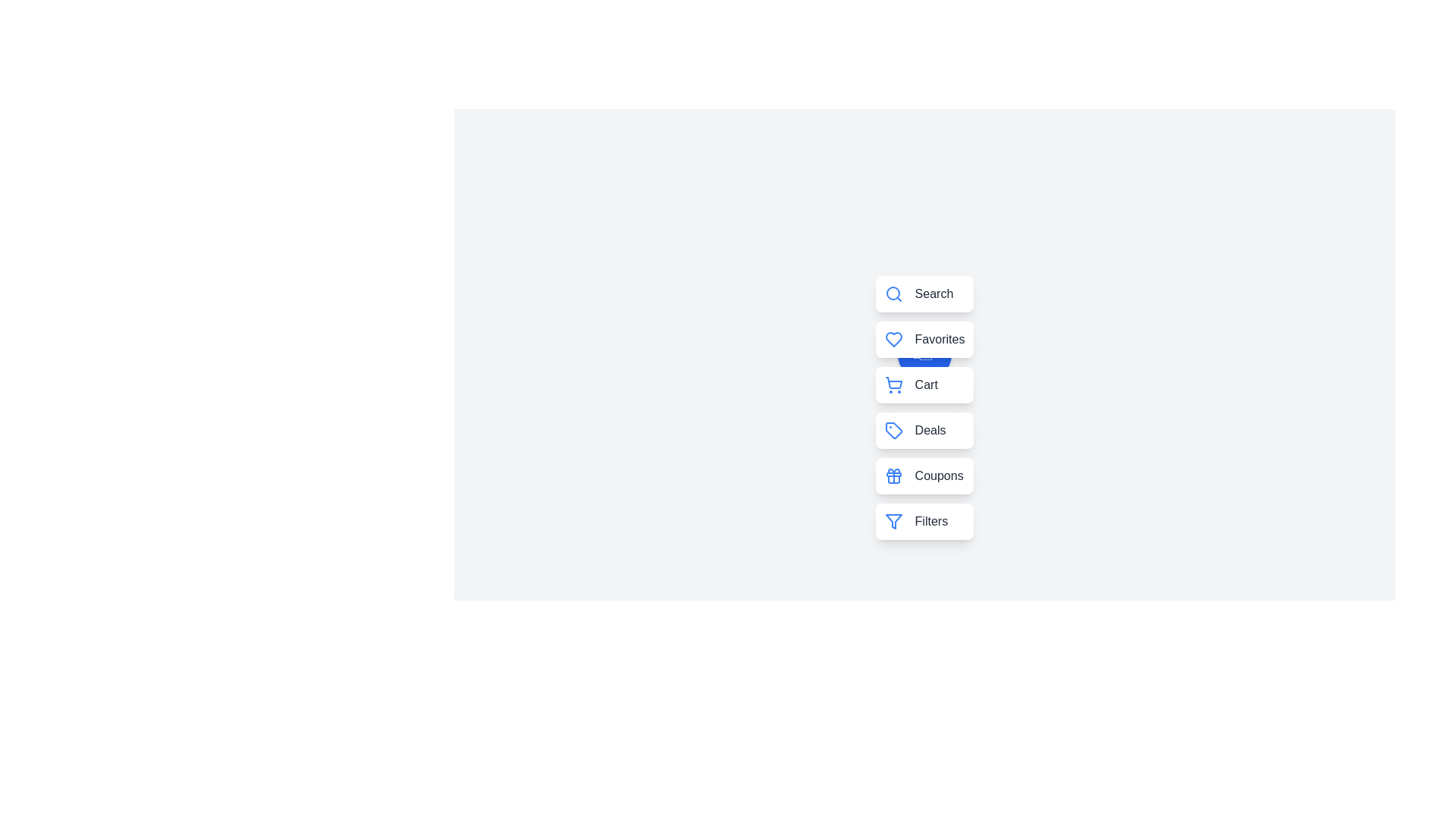 This screenshot has height=819, width=1456. Describe the element at coordinates (893, 520) in the screenshot. I see `the design of the blue-colored filter funnel icon located to the left of the 'Filters' button in the vertical menu` at that location.